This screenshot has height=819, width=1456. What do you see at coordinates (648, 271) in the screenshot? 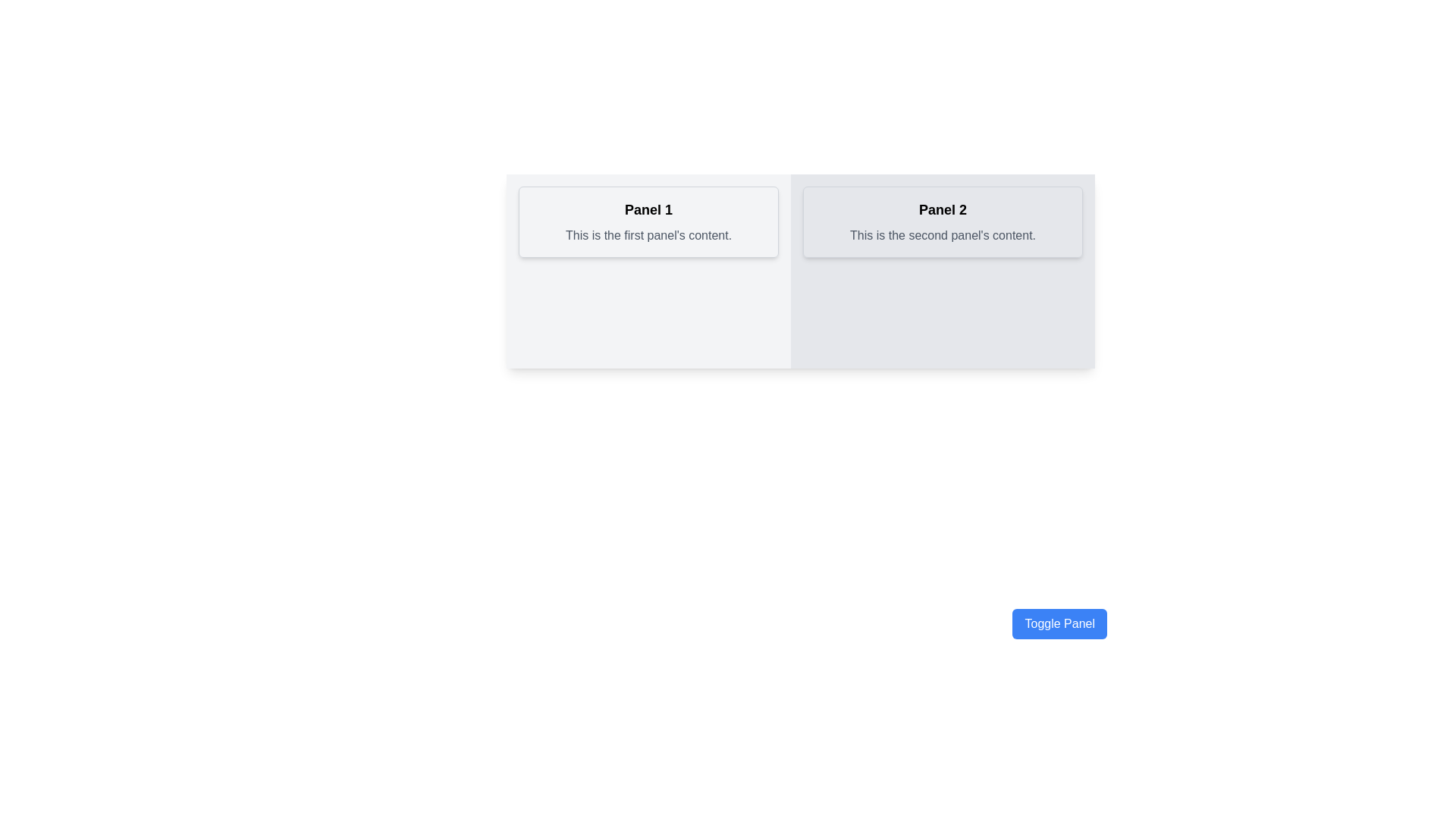
I see `the first card or informational panel located on the left within a two-panel layout` at bounding box center [648, 271].